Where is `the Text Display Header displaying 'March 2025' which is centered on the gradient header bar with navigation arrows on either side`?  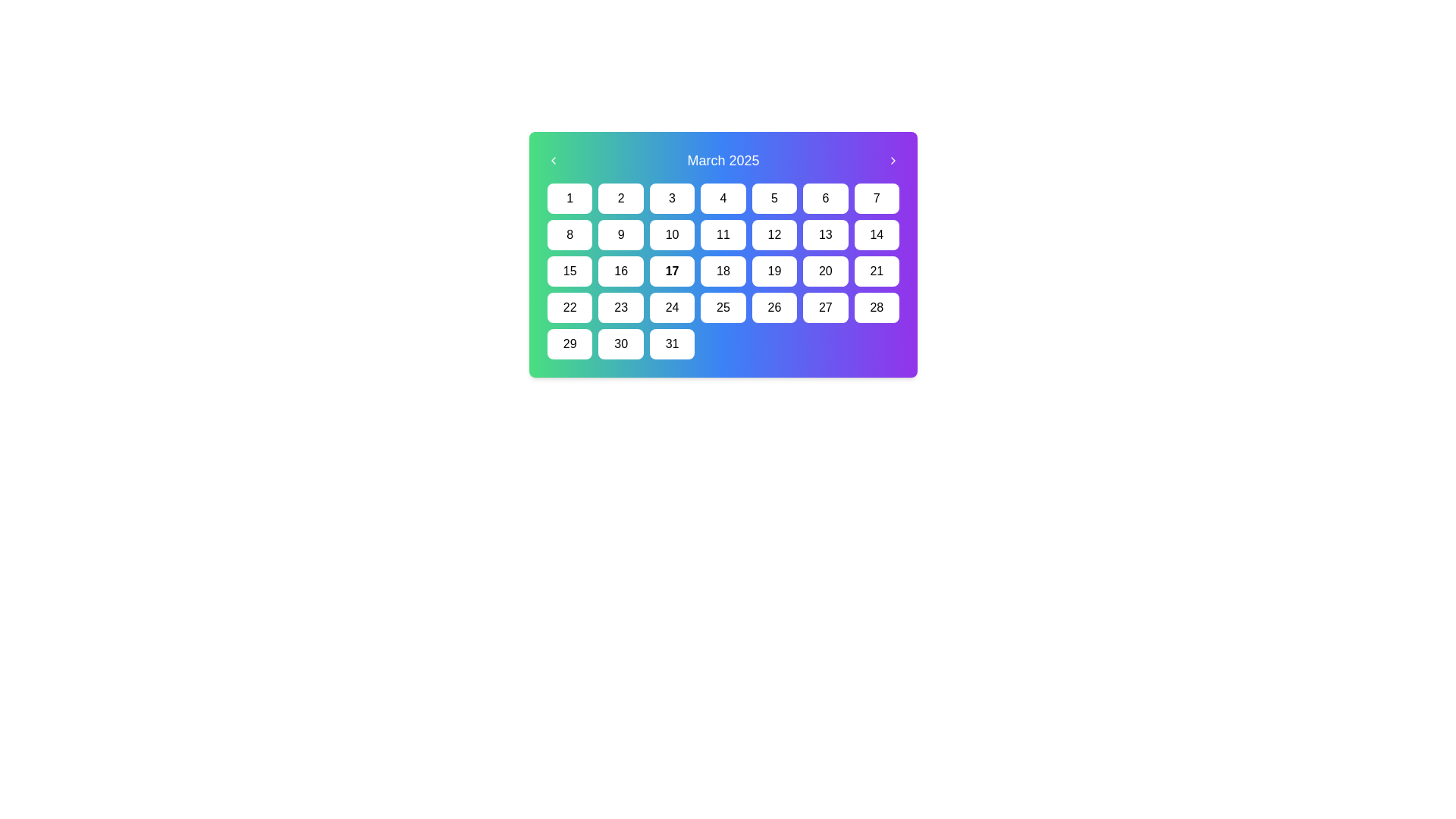 the Text Display Header displaying 'March 2025' which is centered on the gradient header bar with navigation arrows on either side is located at coordinates (723, 161).